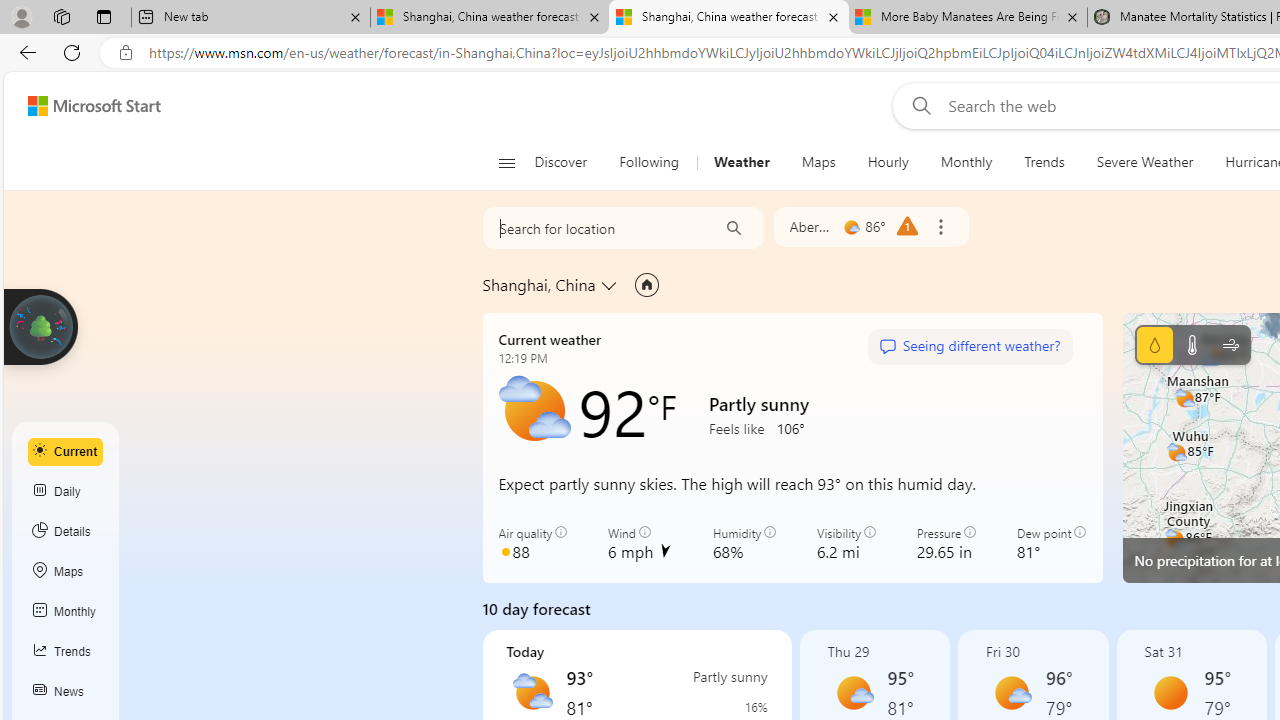 The image size is (1280, 720). What do you see at coordinates (646, 284) in the screenshot?
I see `'Set as primary location'` at bounding box center [646, 284].